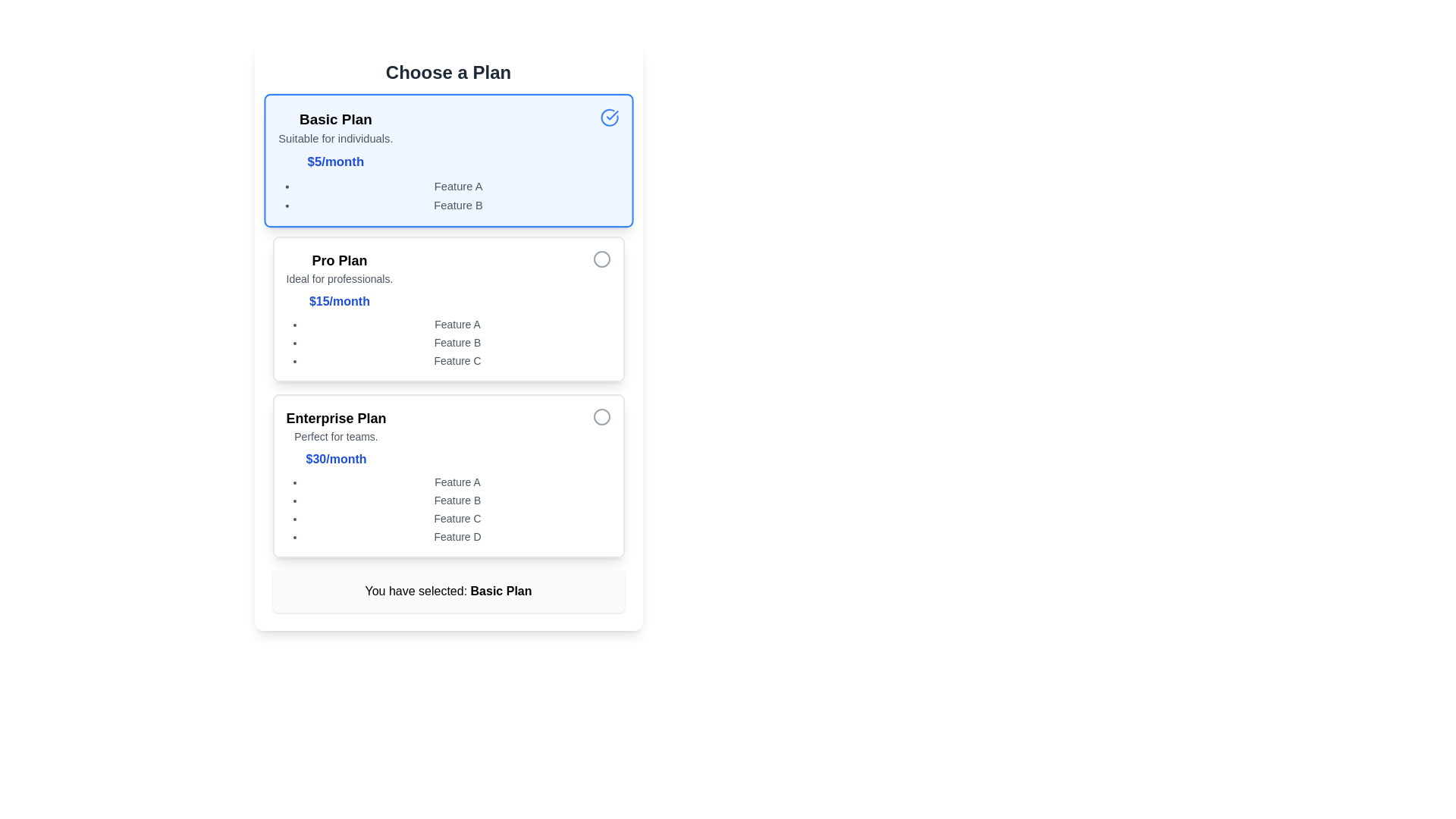 The image size is (1456, 819). I want to click on bullet-point list displaying features 'Feature A', 'Feature B', 'Feature C', and 'Feature D' located in the bottom section of the 'Enterprise Plan' card beneath the '$30/month' price label, so click(447, 509).